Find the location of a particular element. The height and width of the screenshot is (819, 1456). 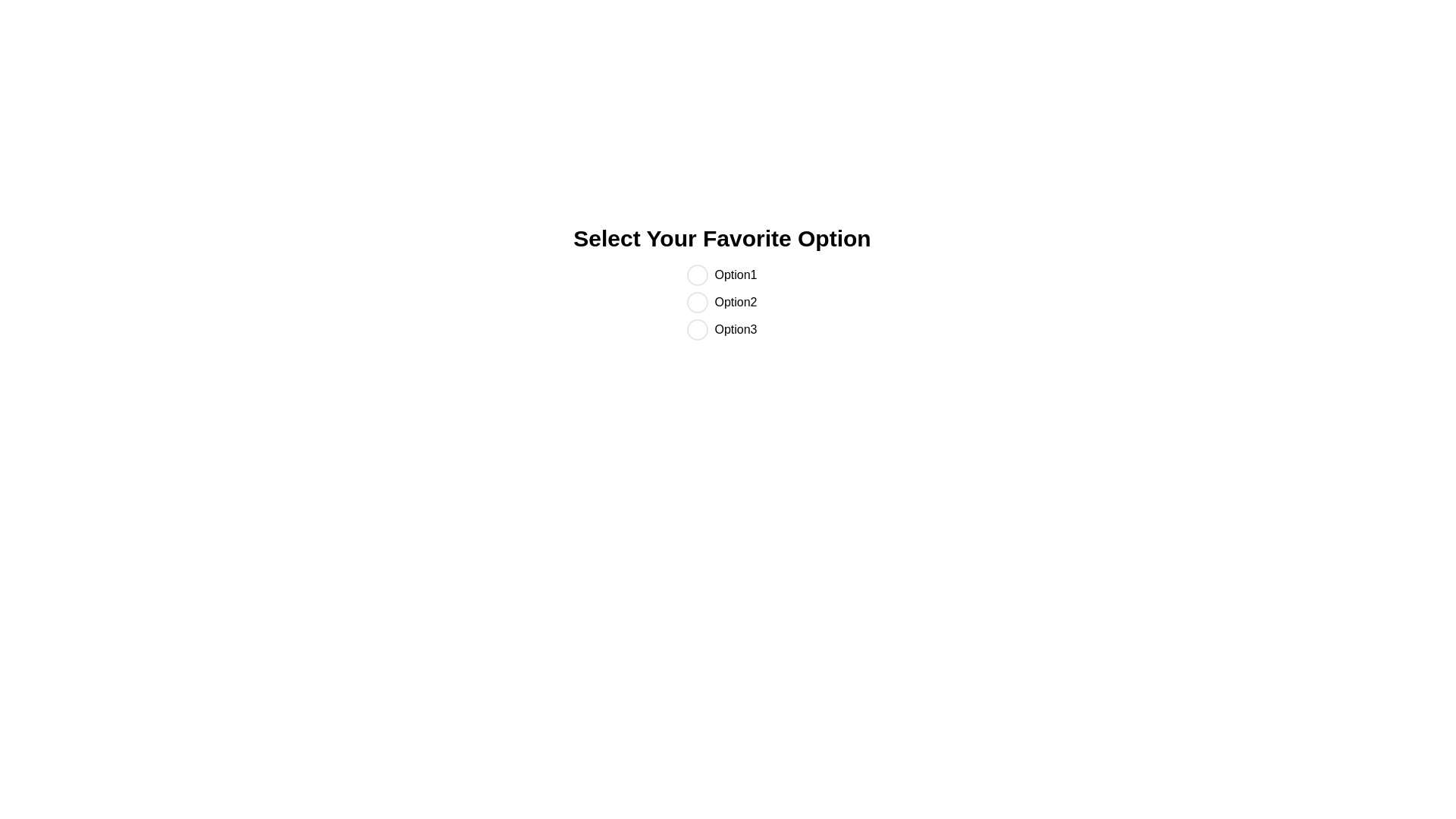

the radio button labeled 'Option2' is located at coordinates (721, 302).